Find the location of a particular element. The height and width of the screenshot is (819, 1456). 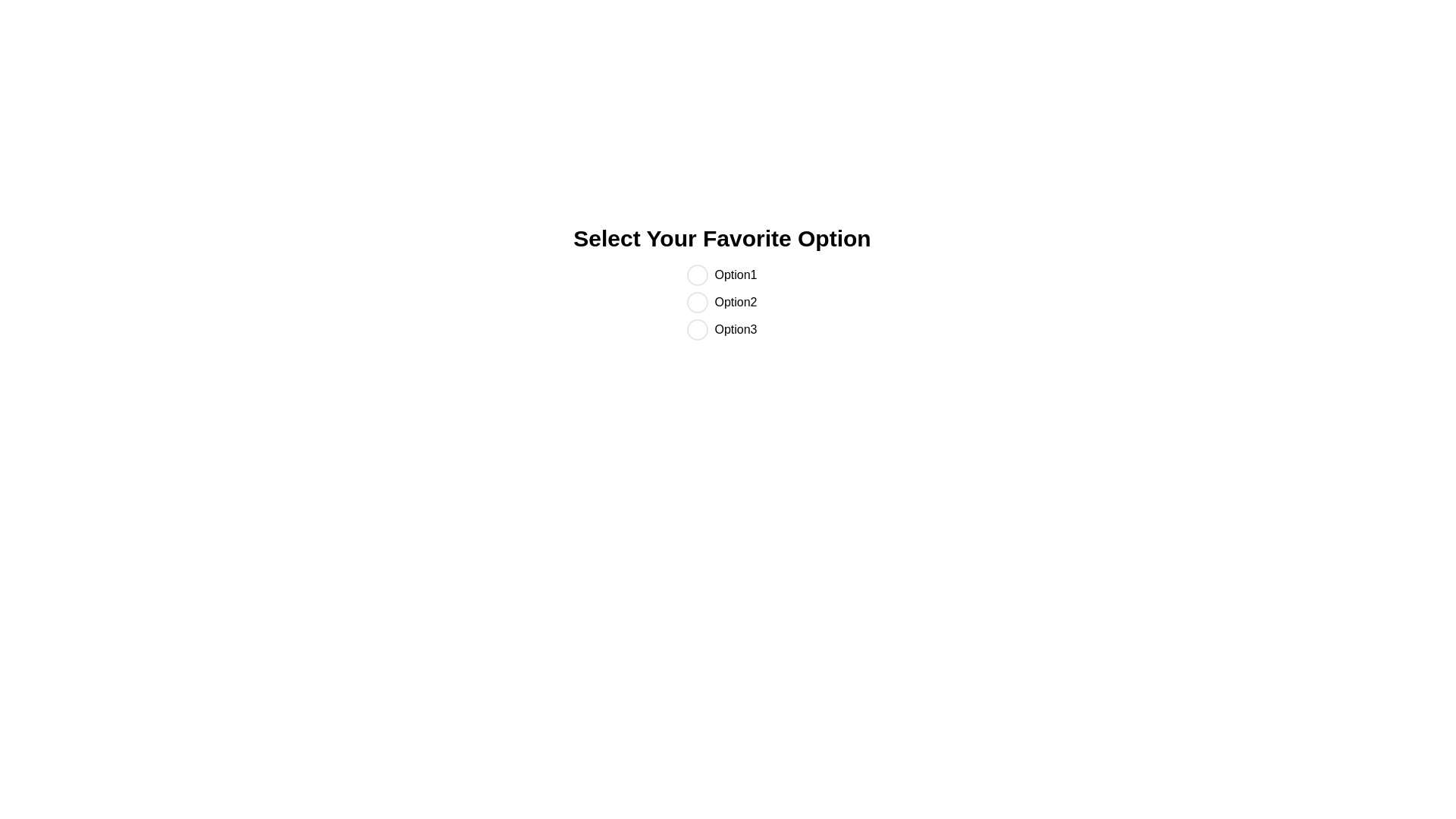

the radio button labeled 'Option2' is located at coordinates (721, 302).